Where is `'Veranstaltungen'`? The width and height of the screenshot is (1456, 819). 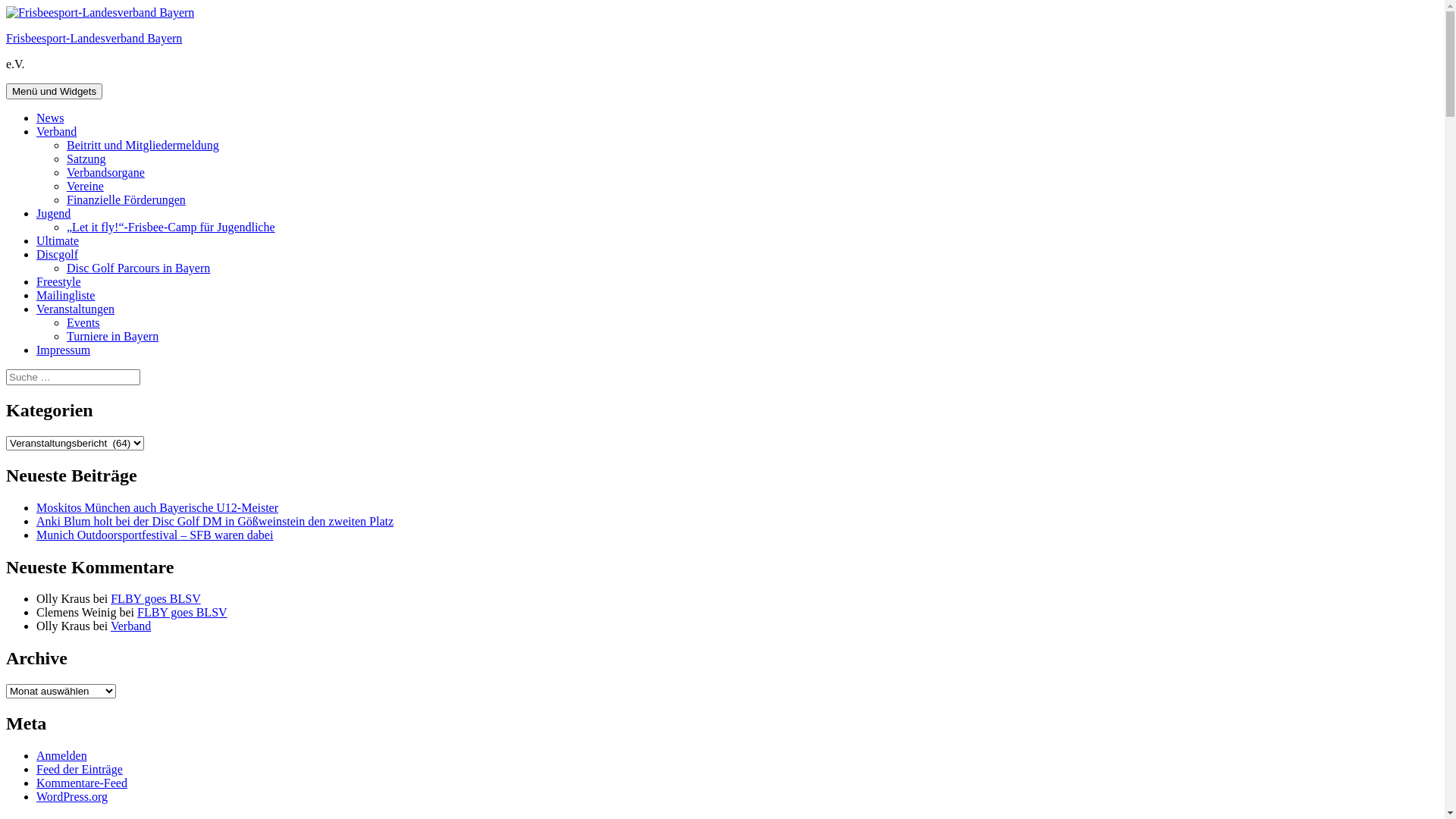 'Veranstaltungen' is located at coordinates (74, 308).